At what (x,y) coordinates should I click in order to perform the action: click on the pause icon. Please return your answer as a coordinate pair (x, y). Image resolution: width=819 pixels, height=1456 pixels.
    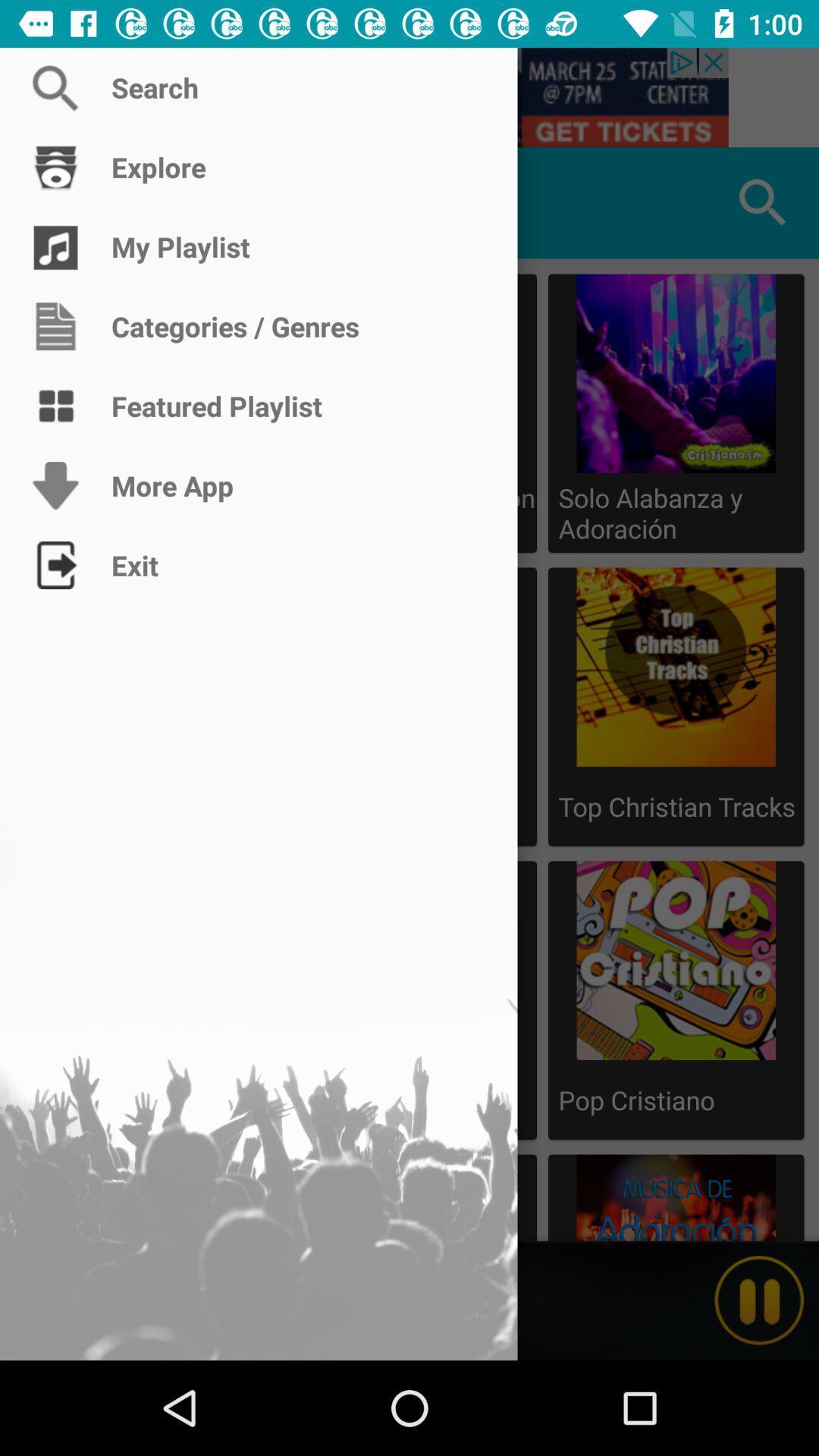
    Looking at the image, I should click on (759, 1300).